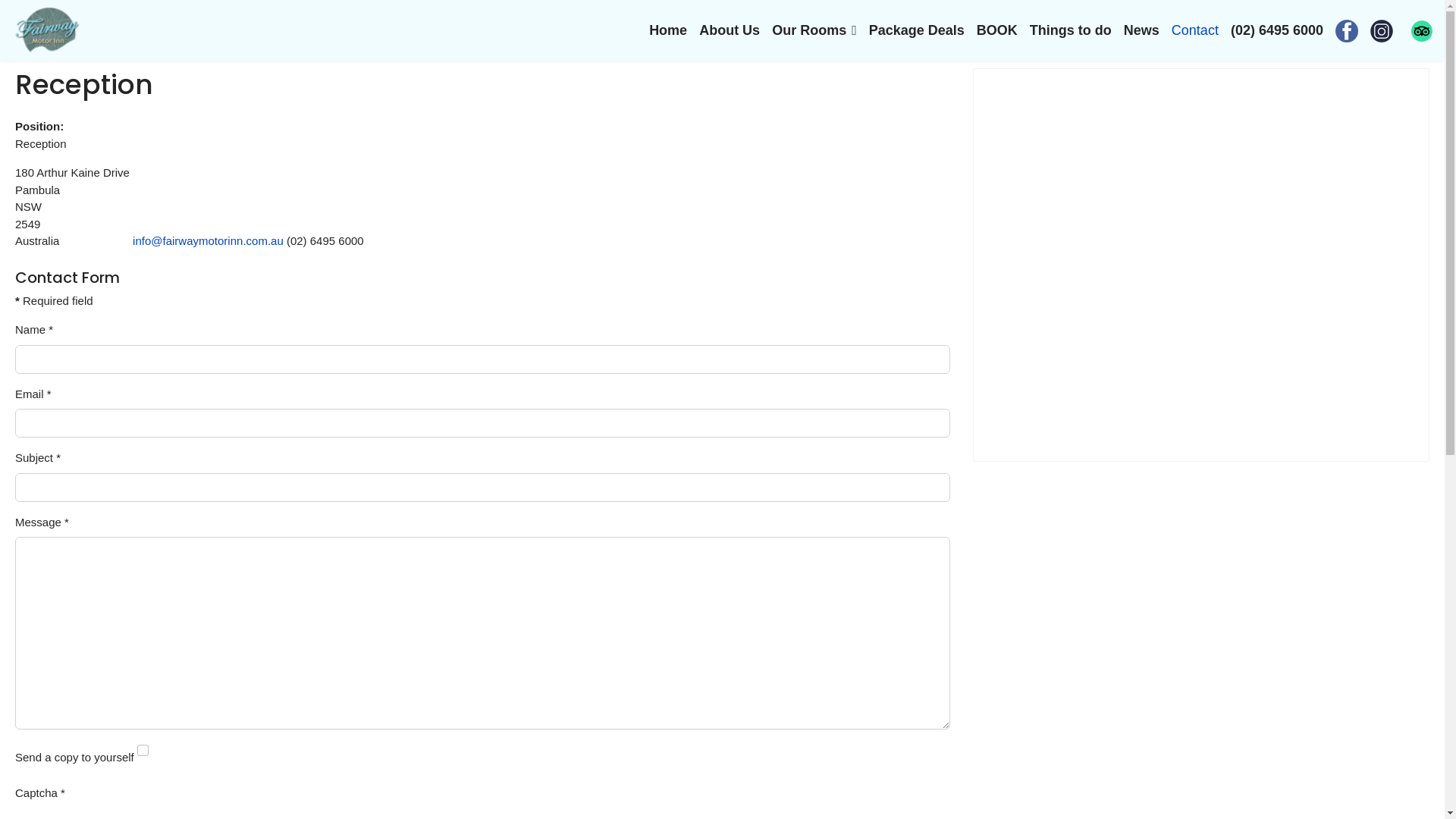  I want to click on 'Contact', so click(1194, 30).